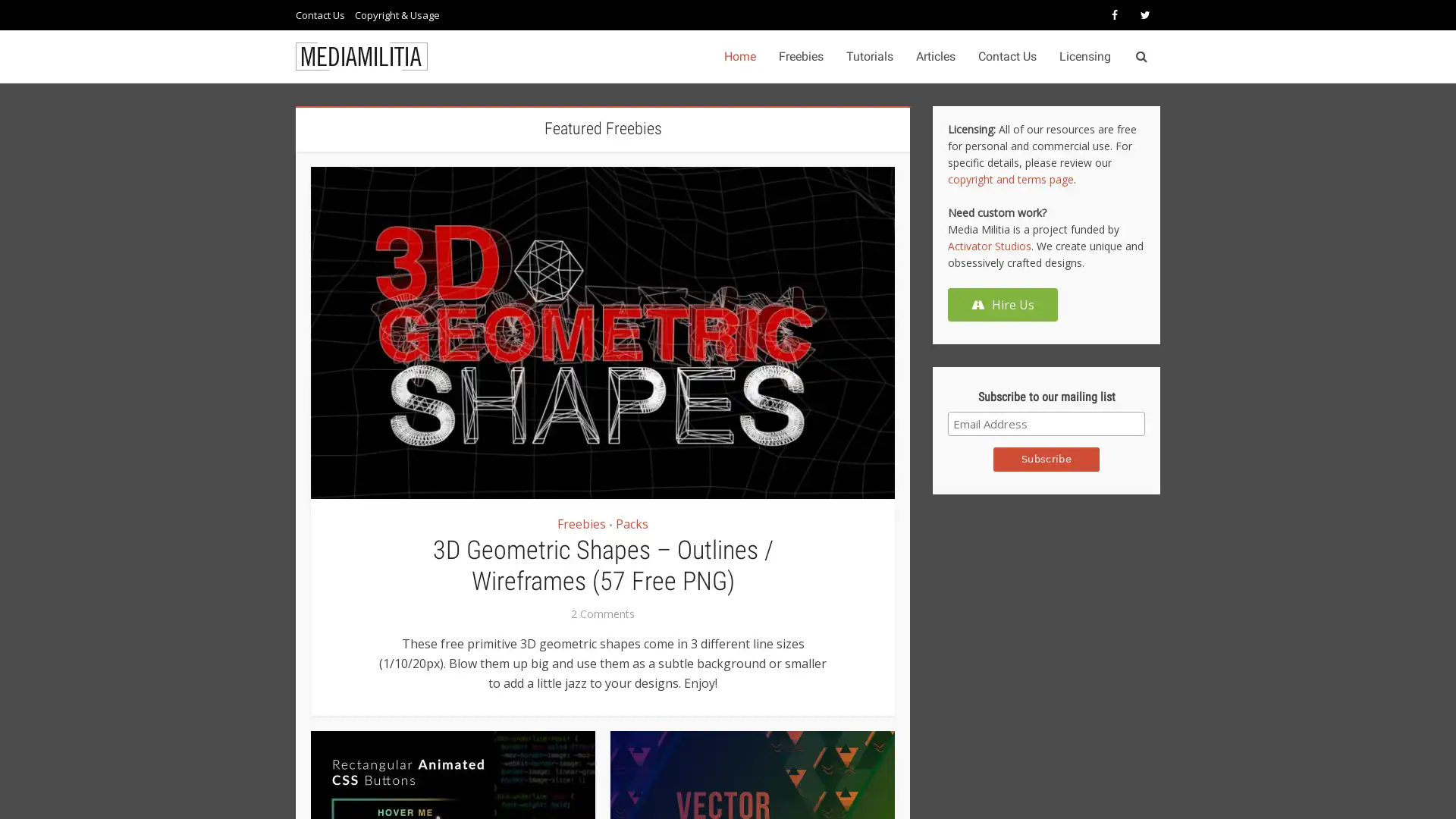 This screenshot has width=1456, height=819. Describe the element at coordinates (1046, 458) in the screenshot. I see `Subscribe` at that location.